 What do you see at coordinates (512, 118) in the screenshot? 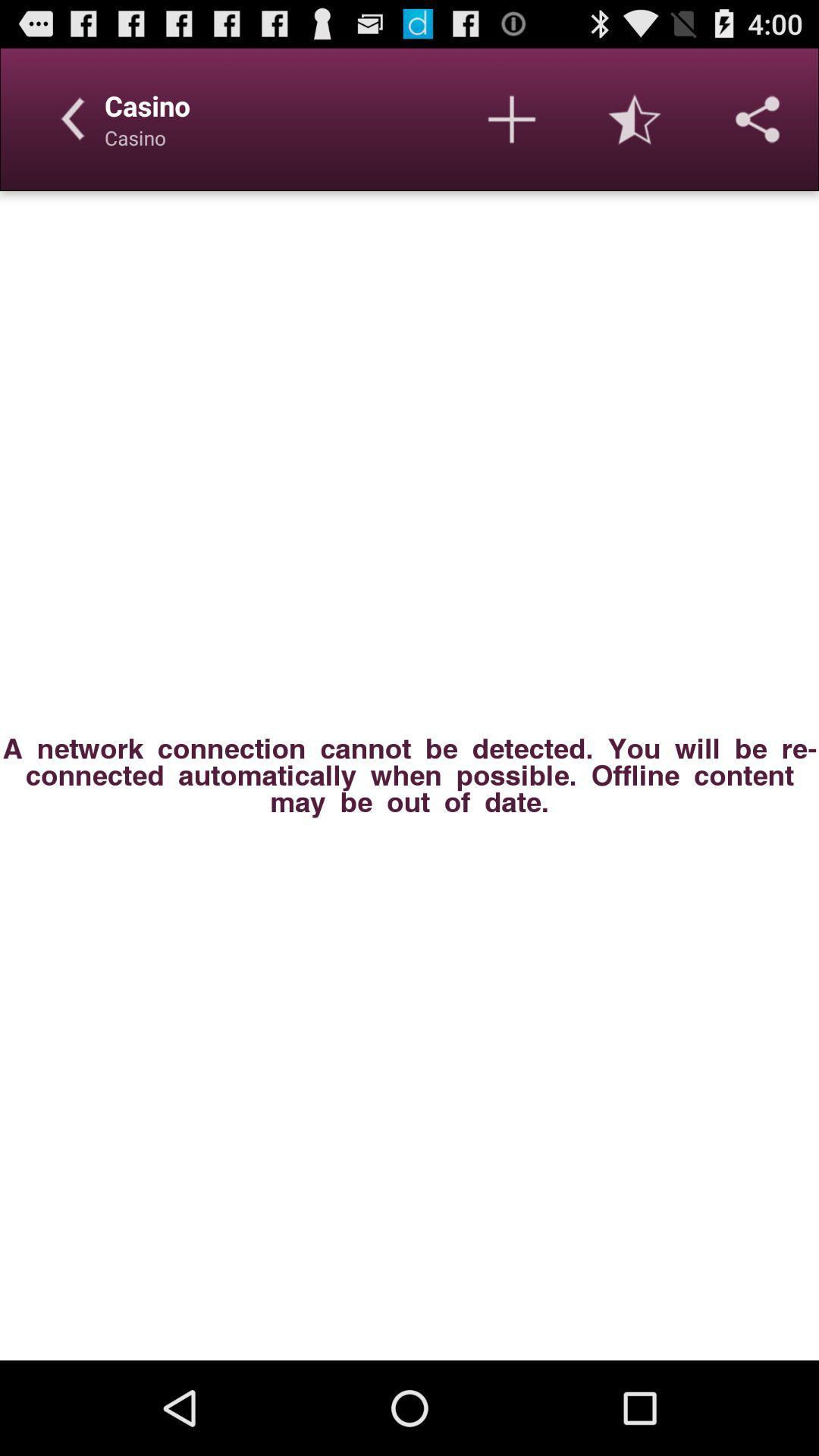
I see `the item at the top` at bounding box center [512, 118].